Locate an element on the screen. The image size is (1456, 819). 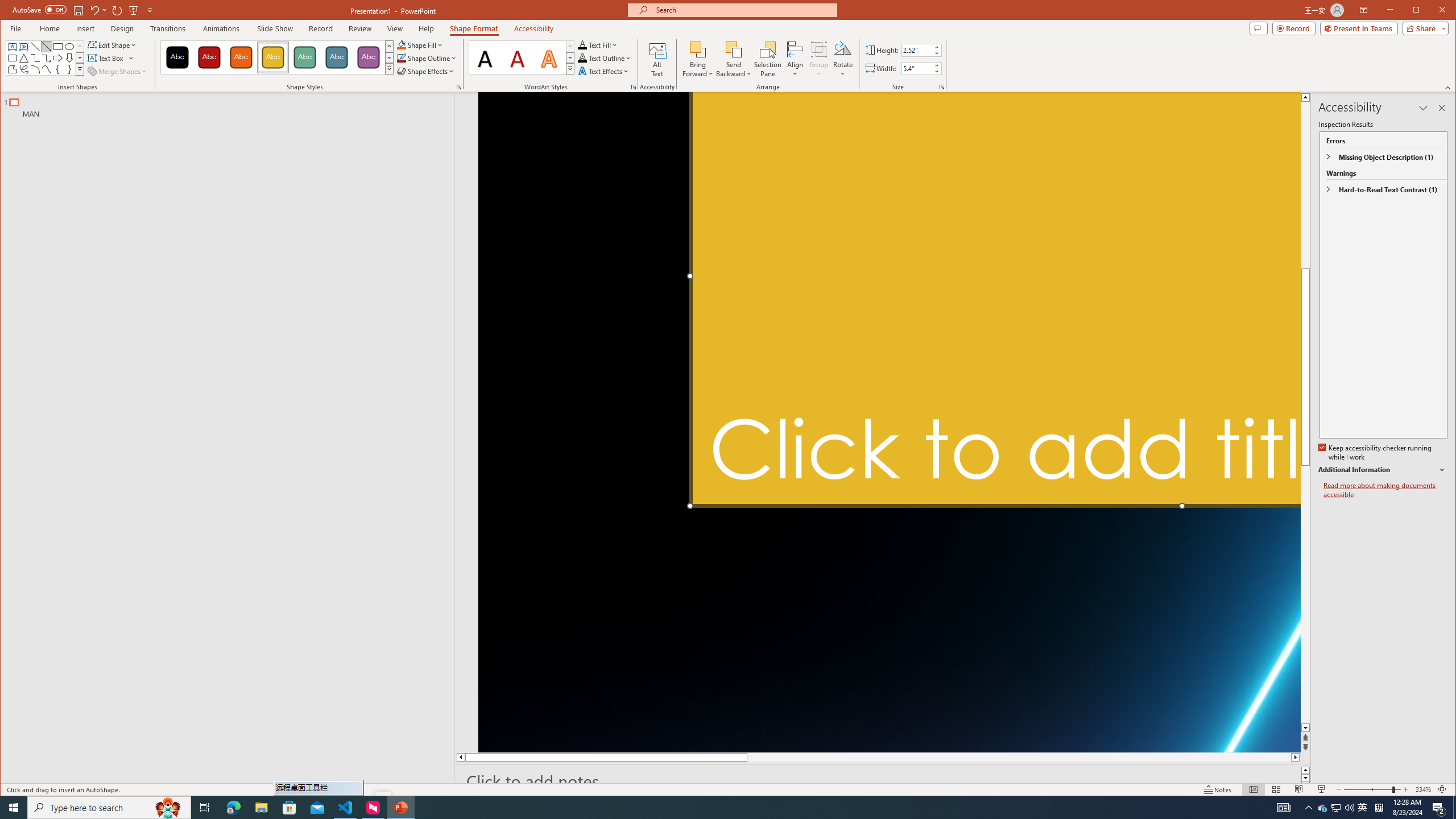
'Shape Format' is located at coordinates (473, 28).